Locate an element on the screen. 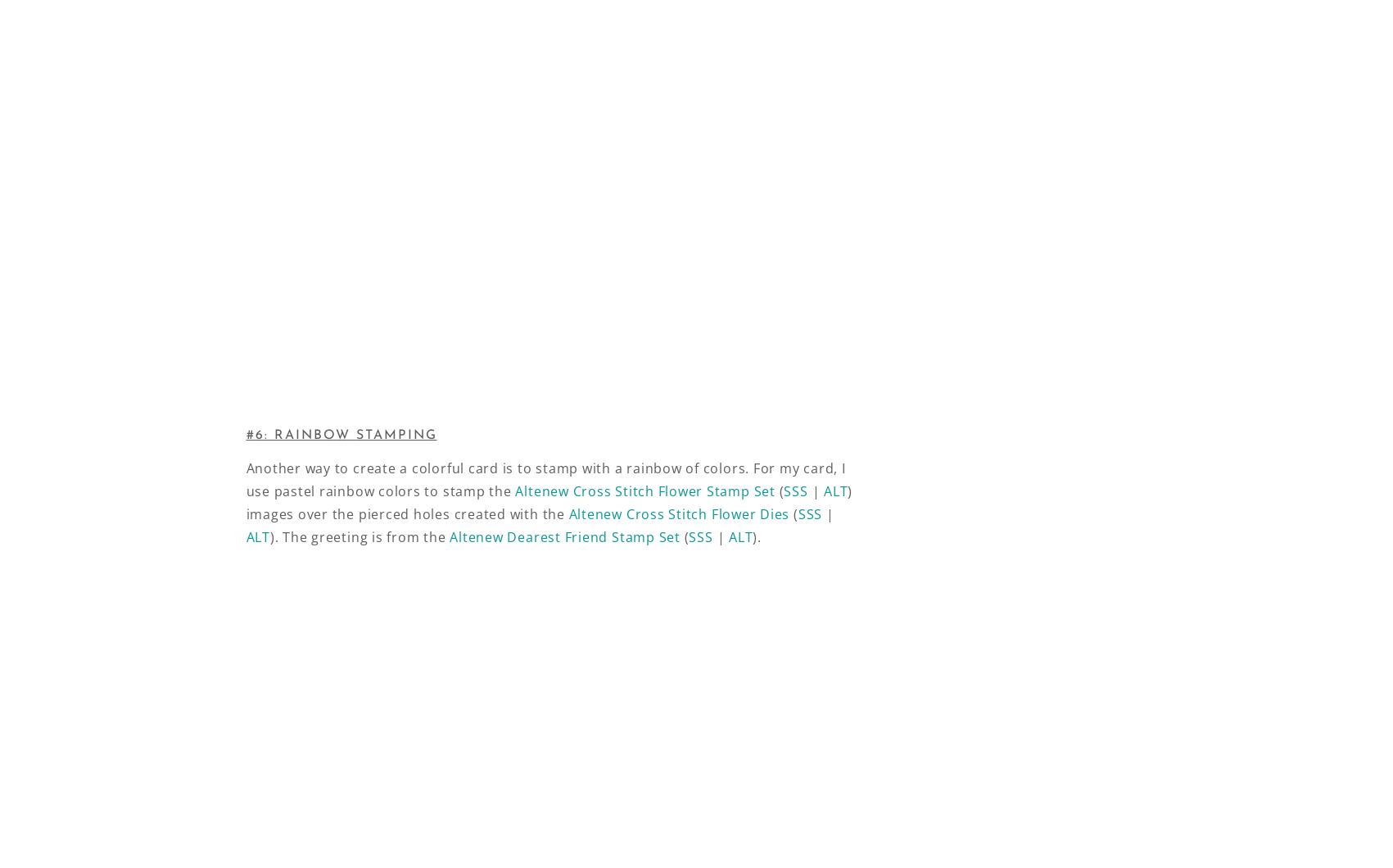  ') images over the pierced holes created with the' is located at coordinates (246, 502).